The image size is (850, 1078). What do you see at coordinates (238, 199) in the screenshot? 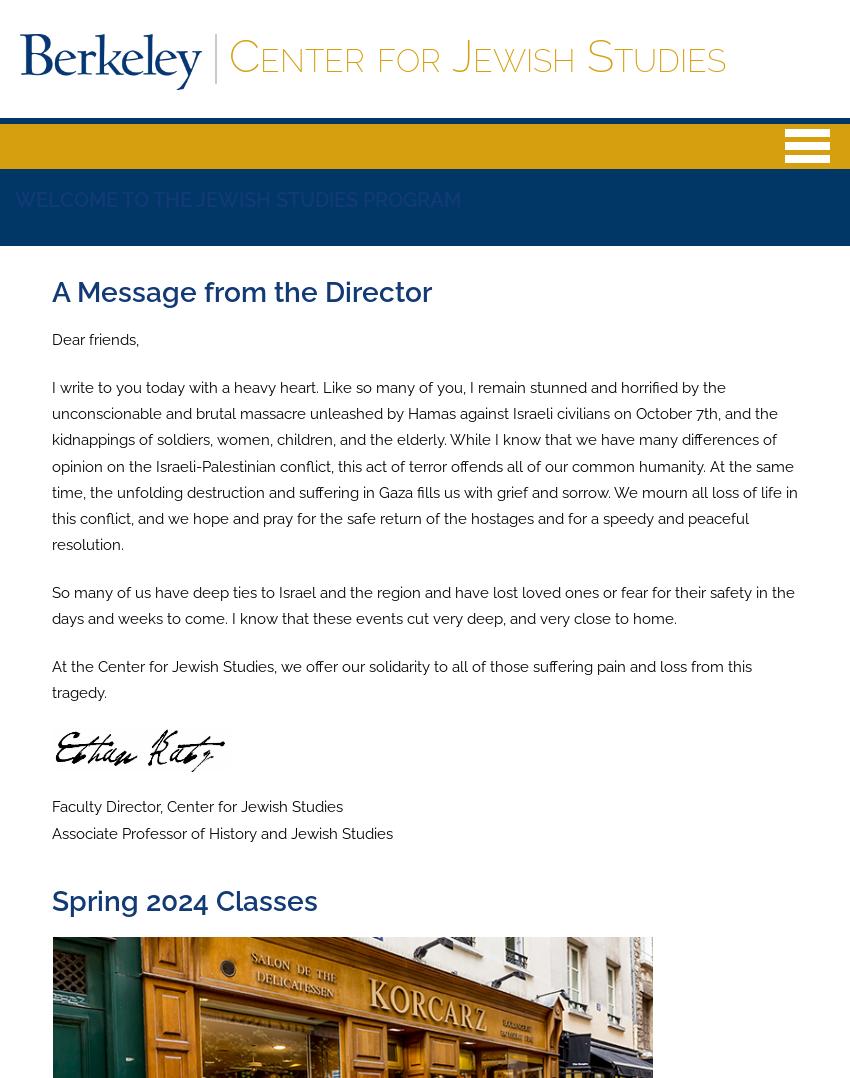
I see `'WELCOME TO THE JEWISH STUDIES PROGRAM'` at bounding box center [238, 199].